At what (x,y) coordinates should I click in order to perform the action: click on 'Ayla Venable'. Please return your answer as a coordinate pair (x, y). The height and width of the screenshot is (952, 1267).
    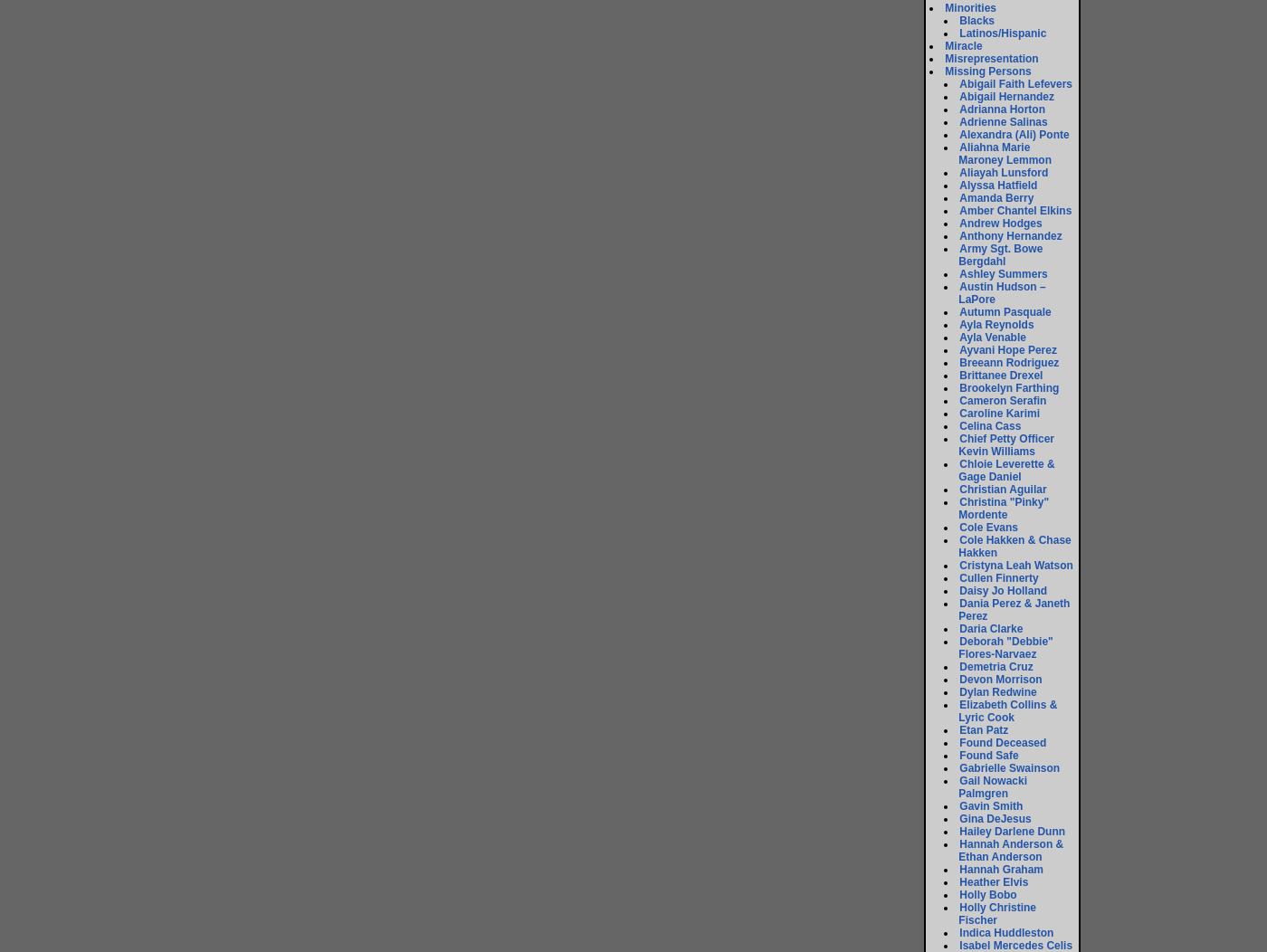
    Looking at the image, I should click on (992, 338).